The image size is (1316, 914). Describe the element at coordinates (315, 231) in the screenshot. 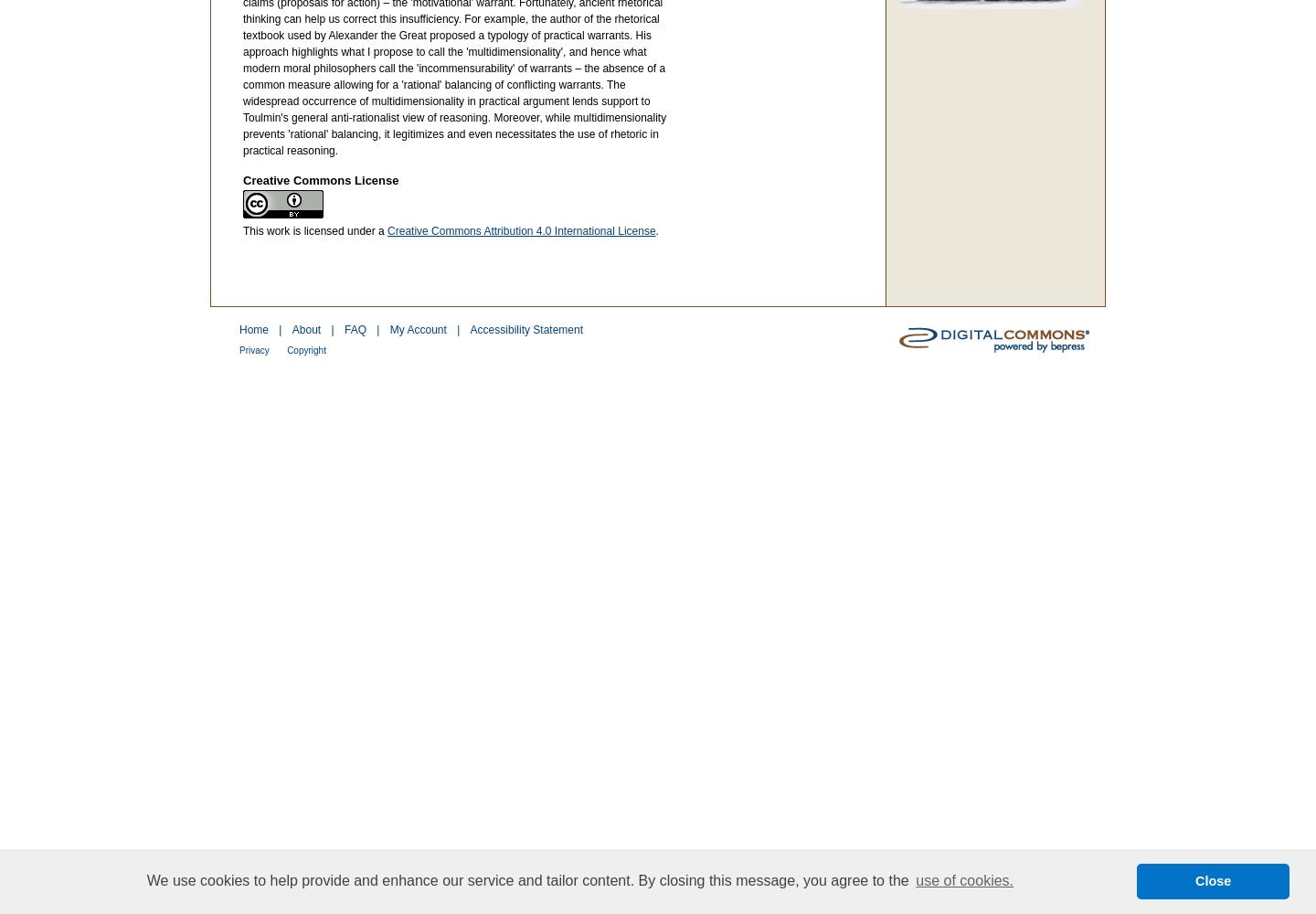

I see `'This work is licensed under a'` at that location.